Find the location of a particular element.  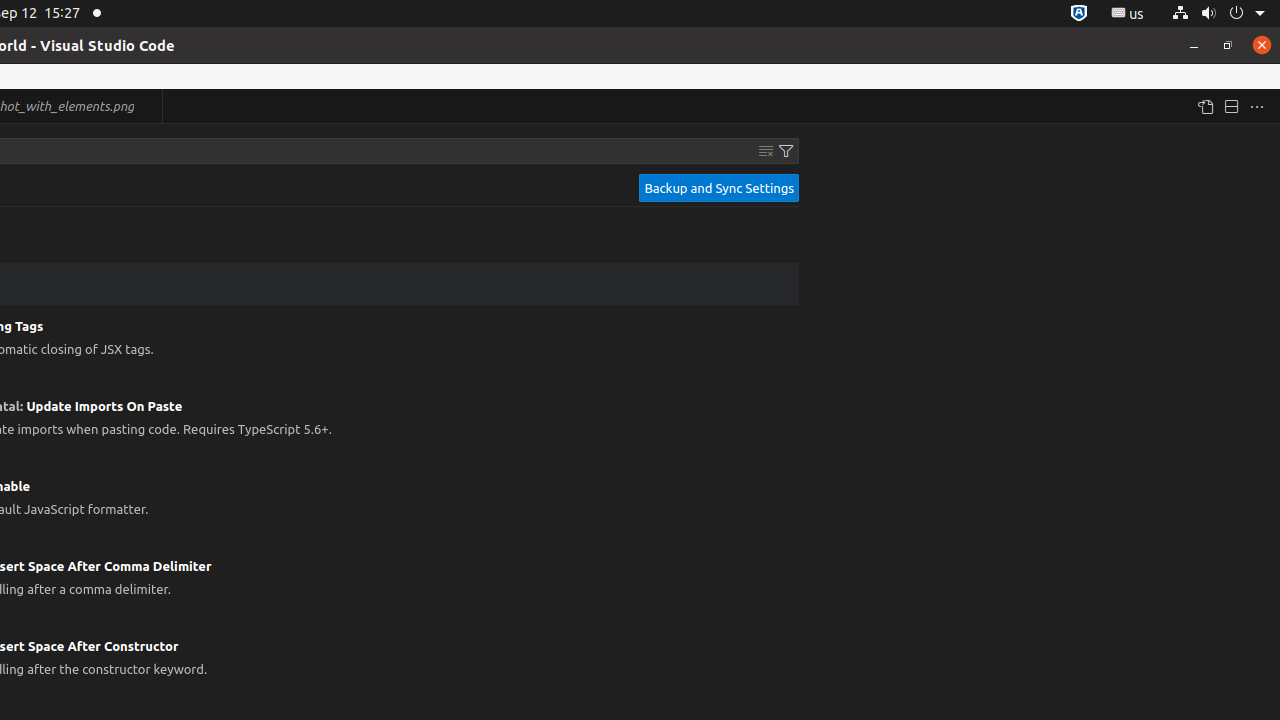

'Filter Settings' is located at coordinates (785, 149).